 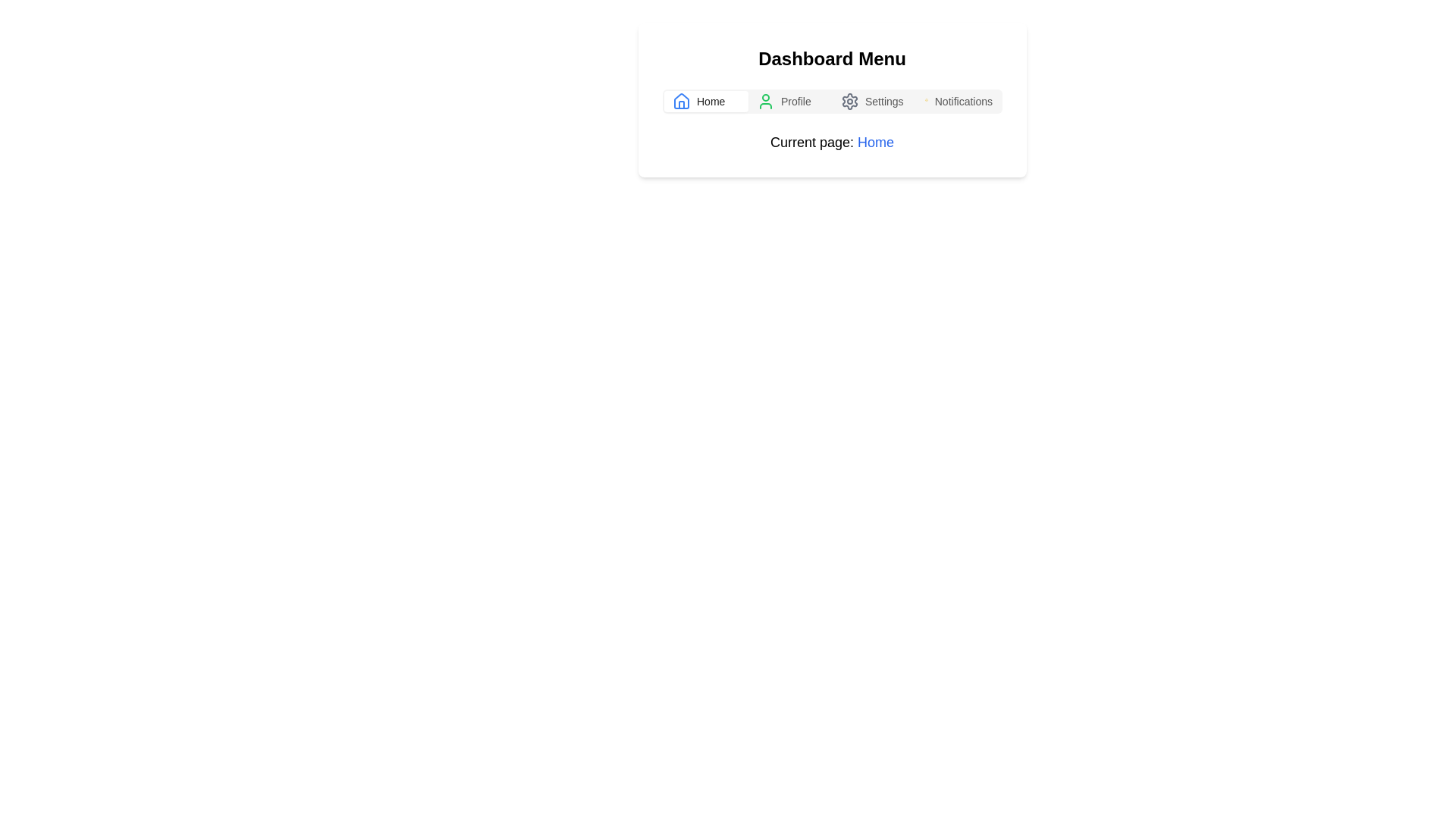 What do you see at coordinates (849, 102) in the screenshot?
I see `the settings gear icon in the top navigation bar` at bounding box center [849, 102].